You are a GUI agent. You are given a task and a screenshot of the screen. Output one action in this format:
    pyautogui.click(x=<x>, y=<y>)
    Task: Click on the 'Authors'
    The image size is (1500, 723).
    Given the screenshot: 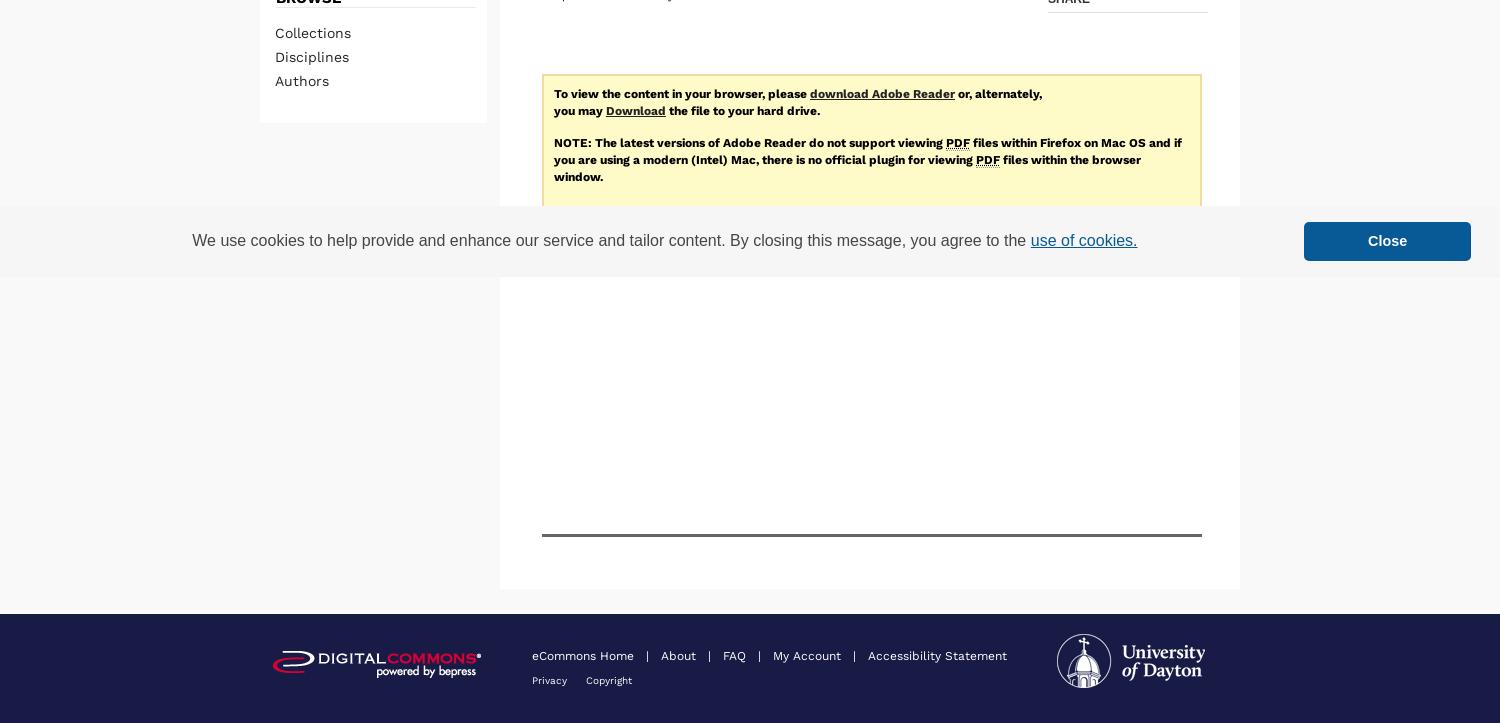 What is the action you would take?
    pyautogui.click(x=301, y=79)
    